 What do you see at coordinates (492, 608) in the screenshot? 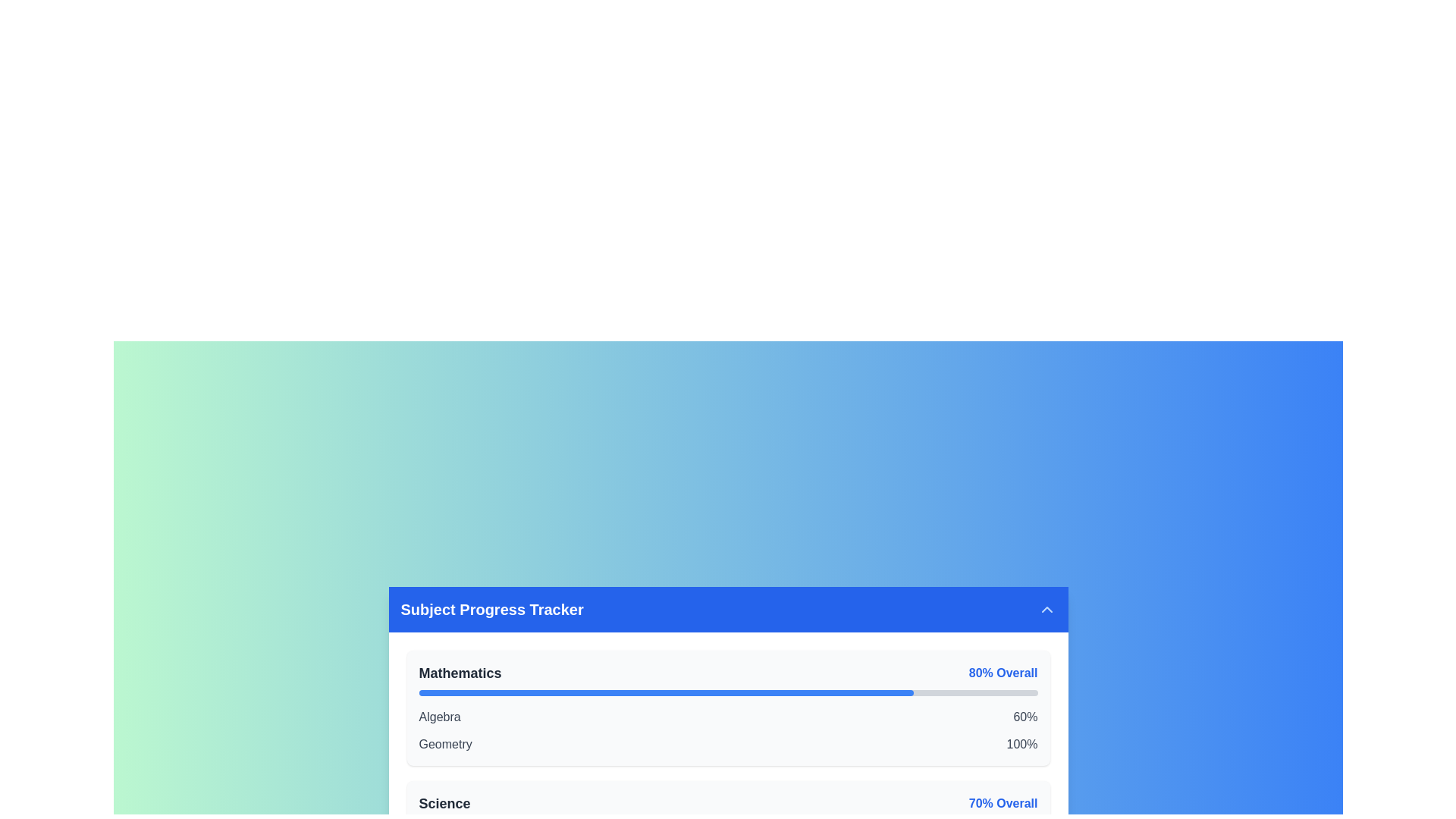
I see `title text element displaying 'Subject Progress Tracker' styled in bold, large font on a blue background, located towards the left side of the header bar` at bounding box center [492, 608].